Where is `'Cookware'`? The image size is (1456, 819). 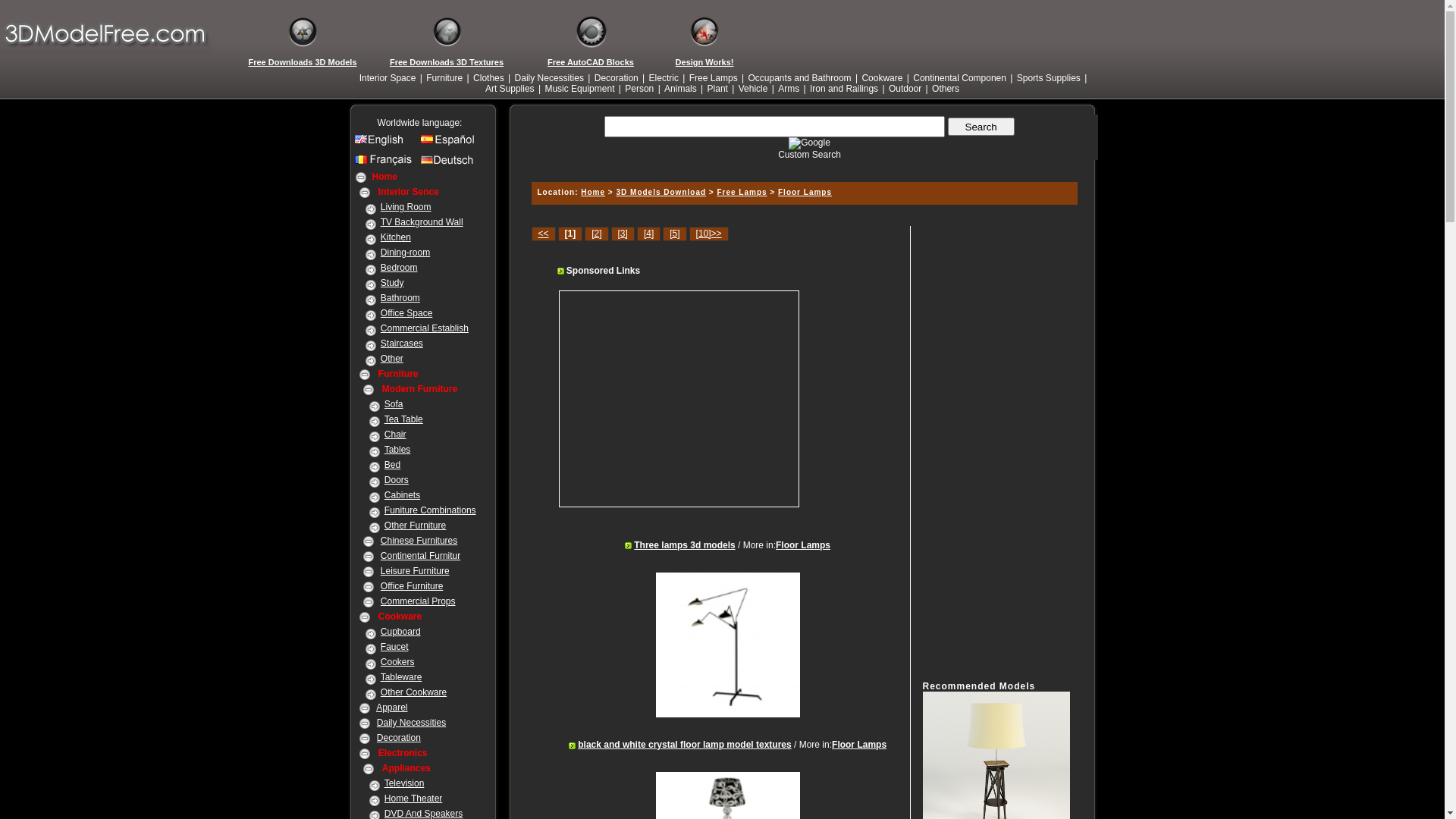 'Cookware' is located at coordinates (881, 78).